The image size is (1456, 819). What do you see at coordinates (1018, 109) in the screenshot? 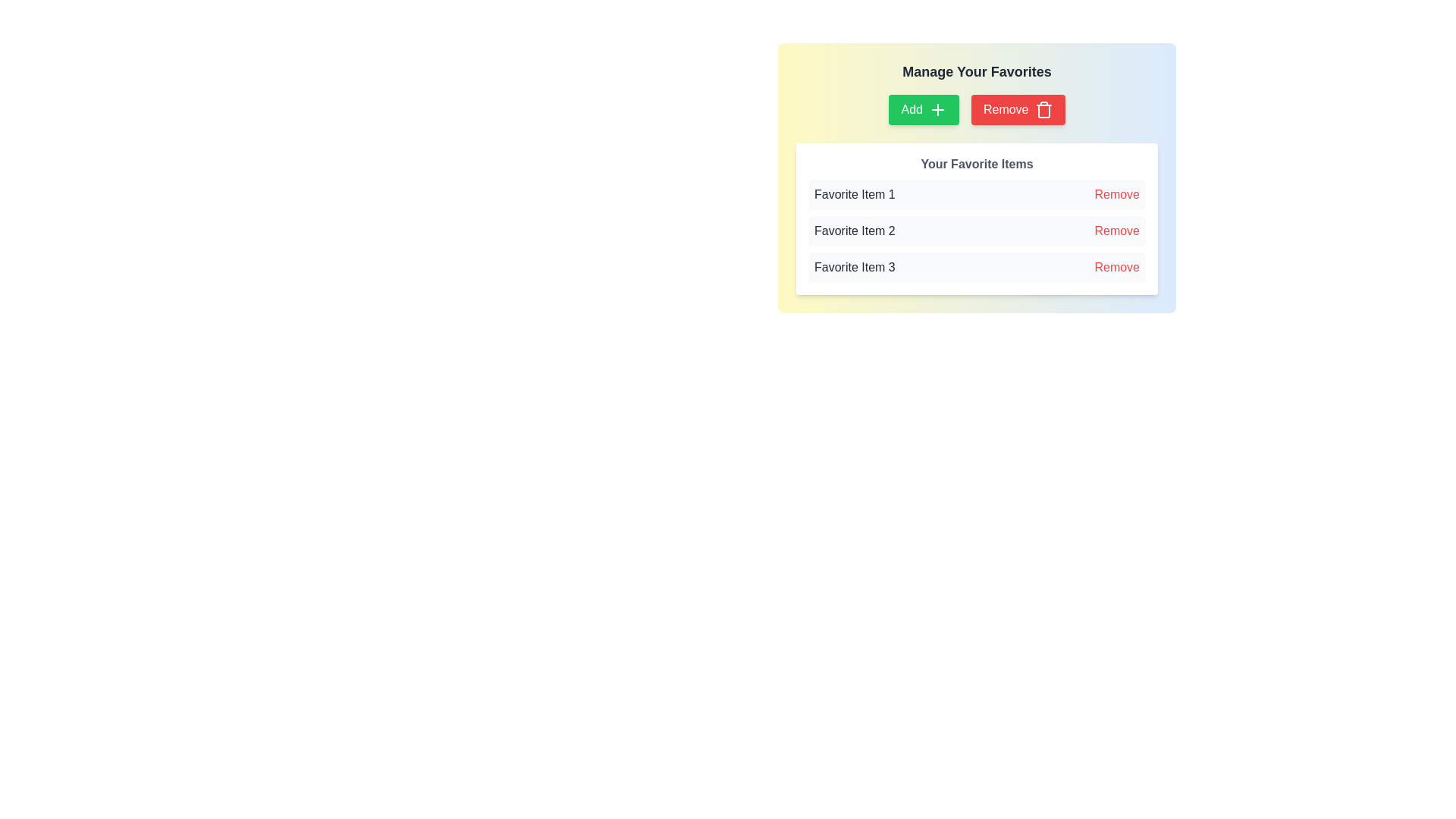
I see `the delete button located to the right of the green 'Add' button` at bounding box center [1018, 109].